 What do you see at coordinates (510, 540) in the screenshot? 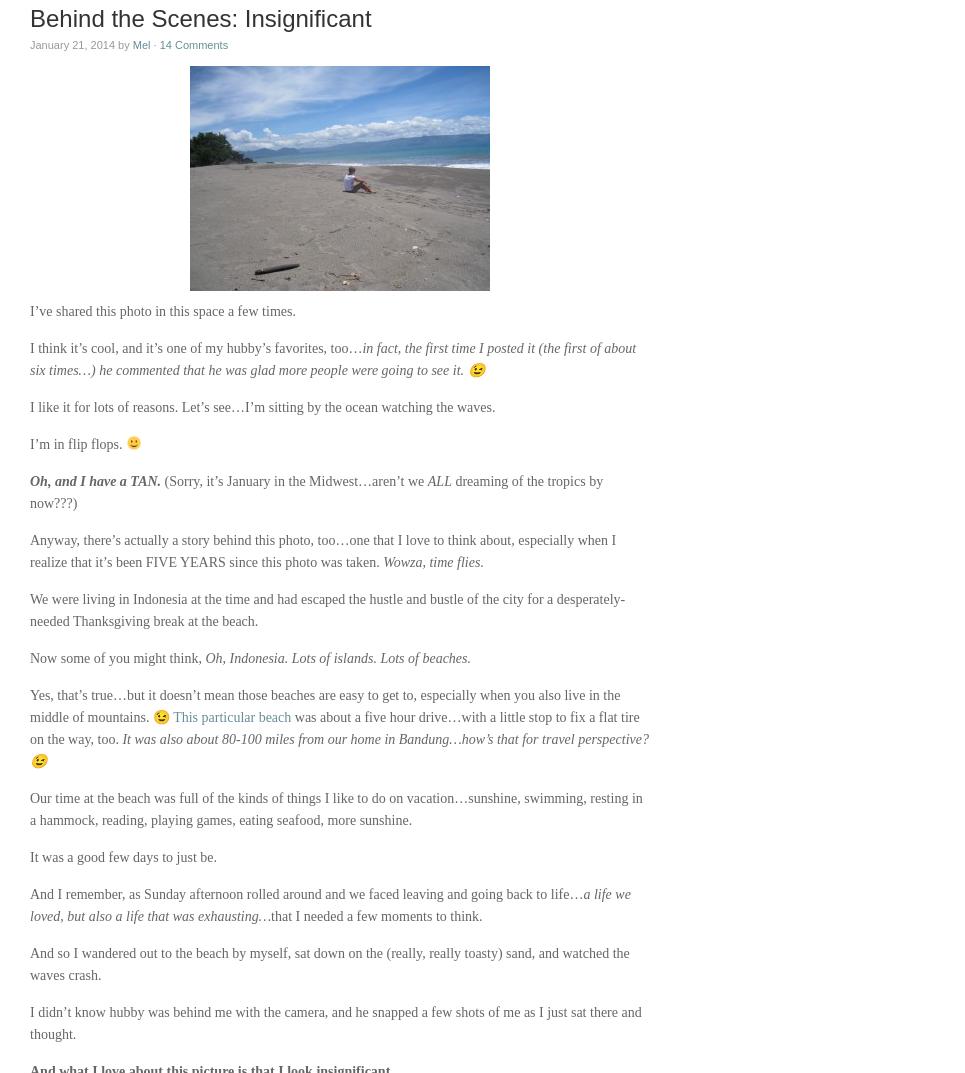
I see `','` at bounding box center [510, 540].